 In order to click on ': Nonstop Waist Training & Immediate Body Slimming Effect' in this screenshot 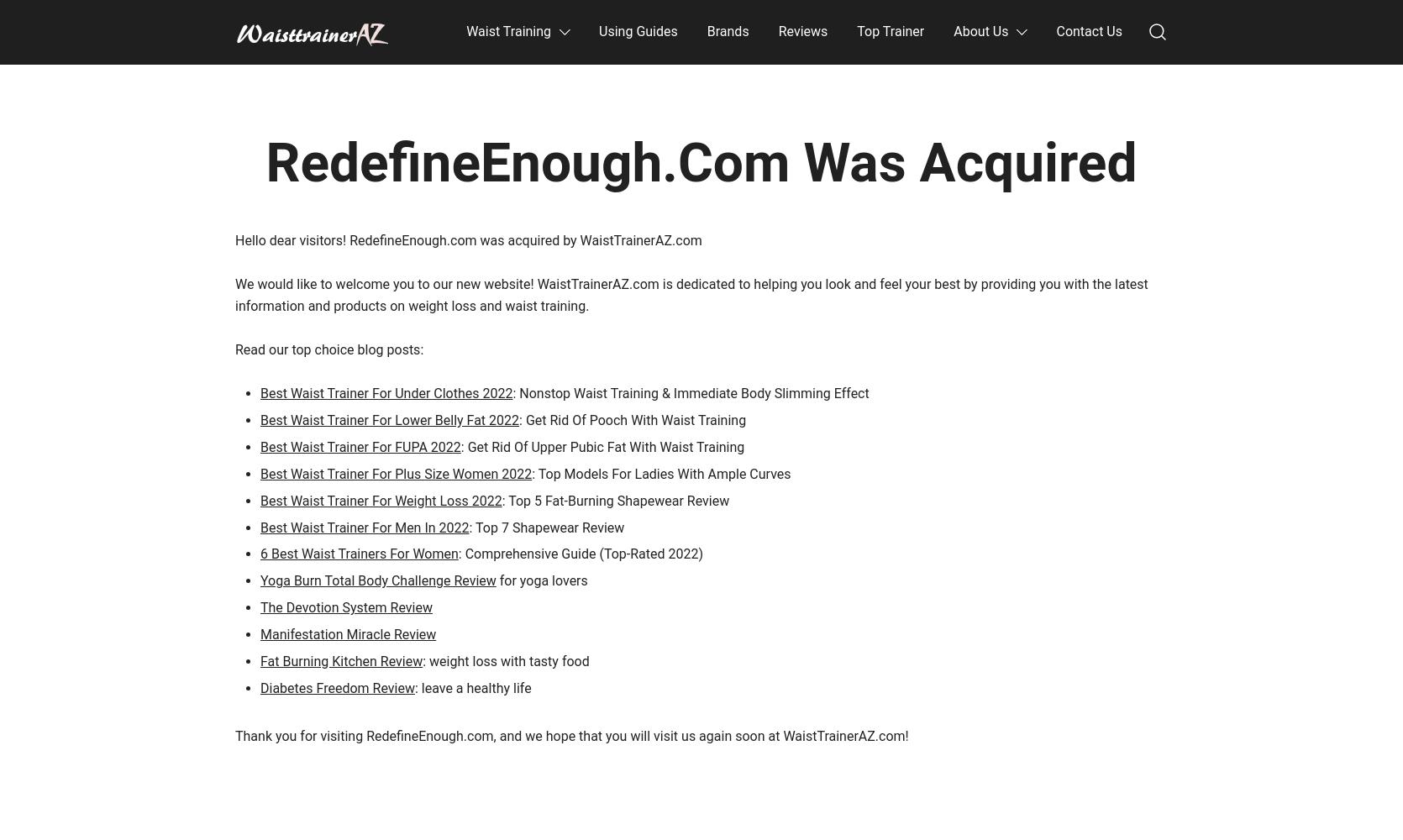, I will do `click(689, 392)`.